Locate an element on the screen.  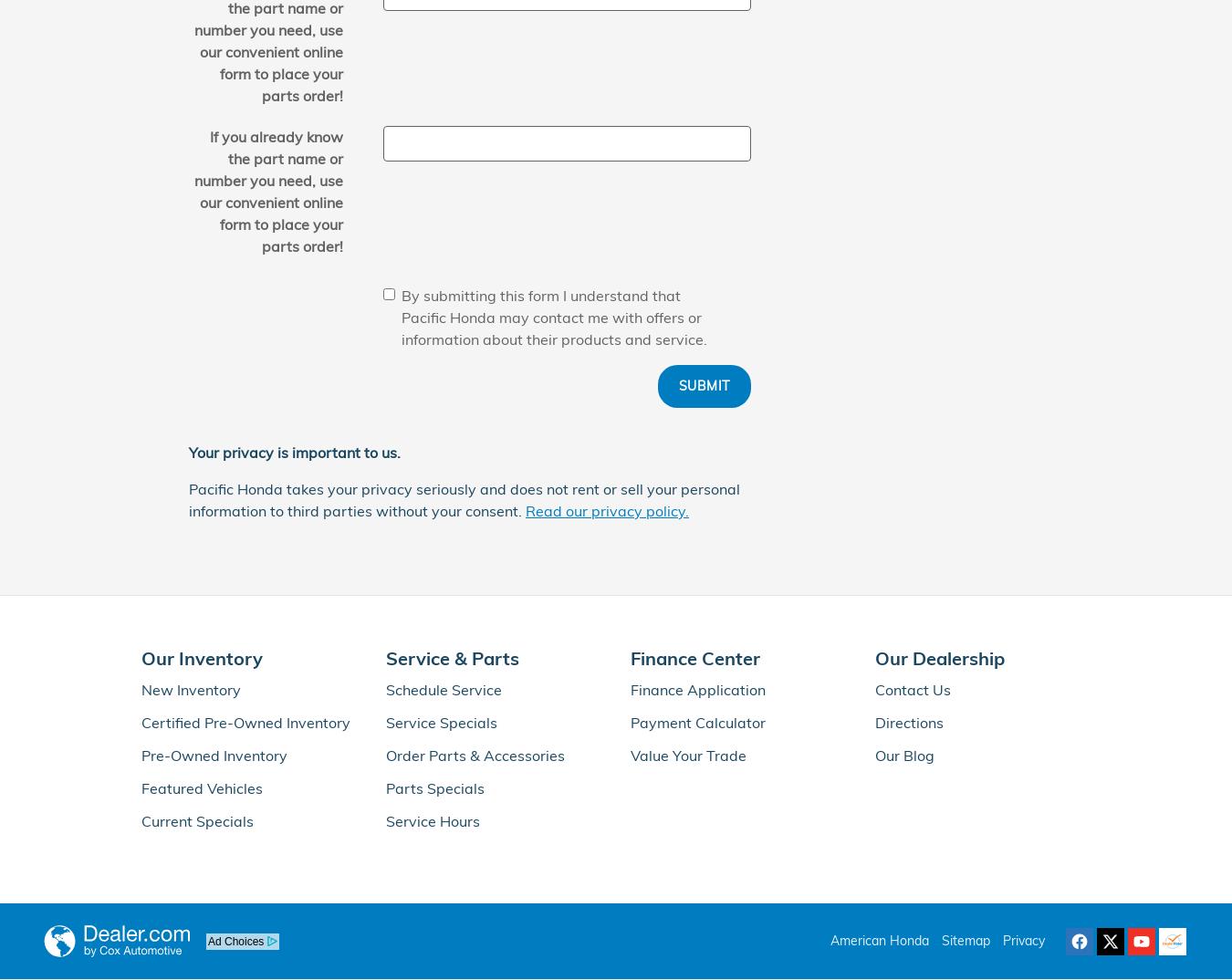
'Privacy' is located at coordinates (1023, 941).